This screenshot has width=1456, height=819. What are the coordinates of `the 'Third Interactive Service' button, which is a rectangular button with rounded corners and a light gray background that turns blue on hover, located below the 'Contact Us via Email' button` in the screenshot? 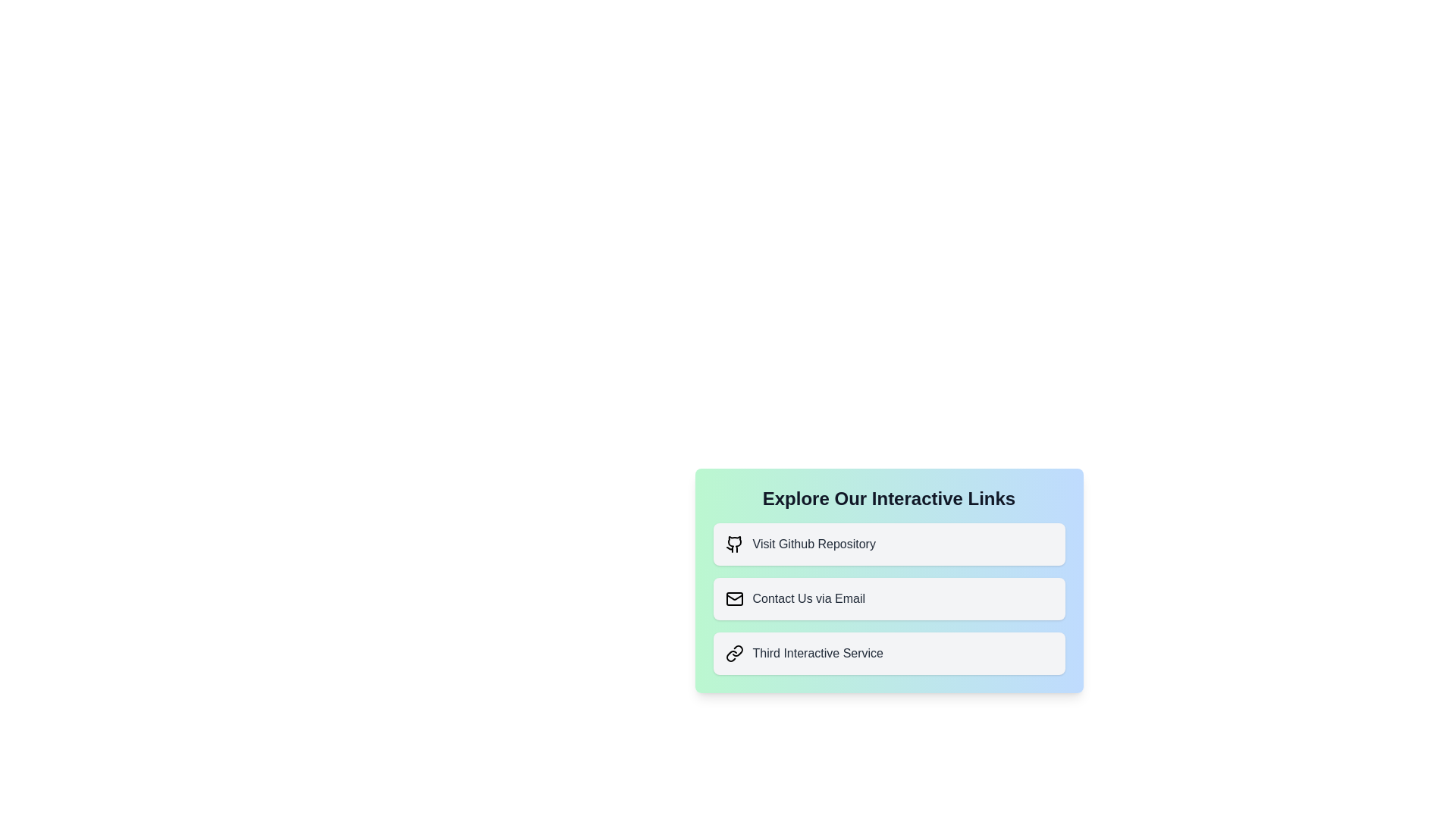 It's located at (889, 652).